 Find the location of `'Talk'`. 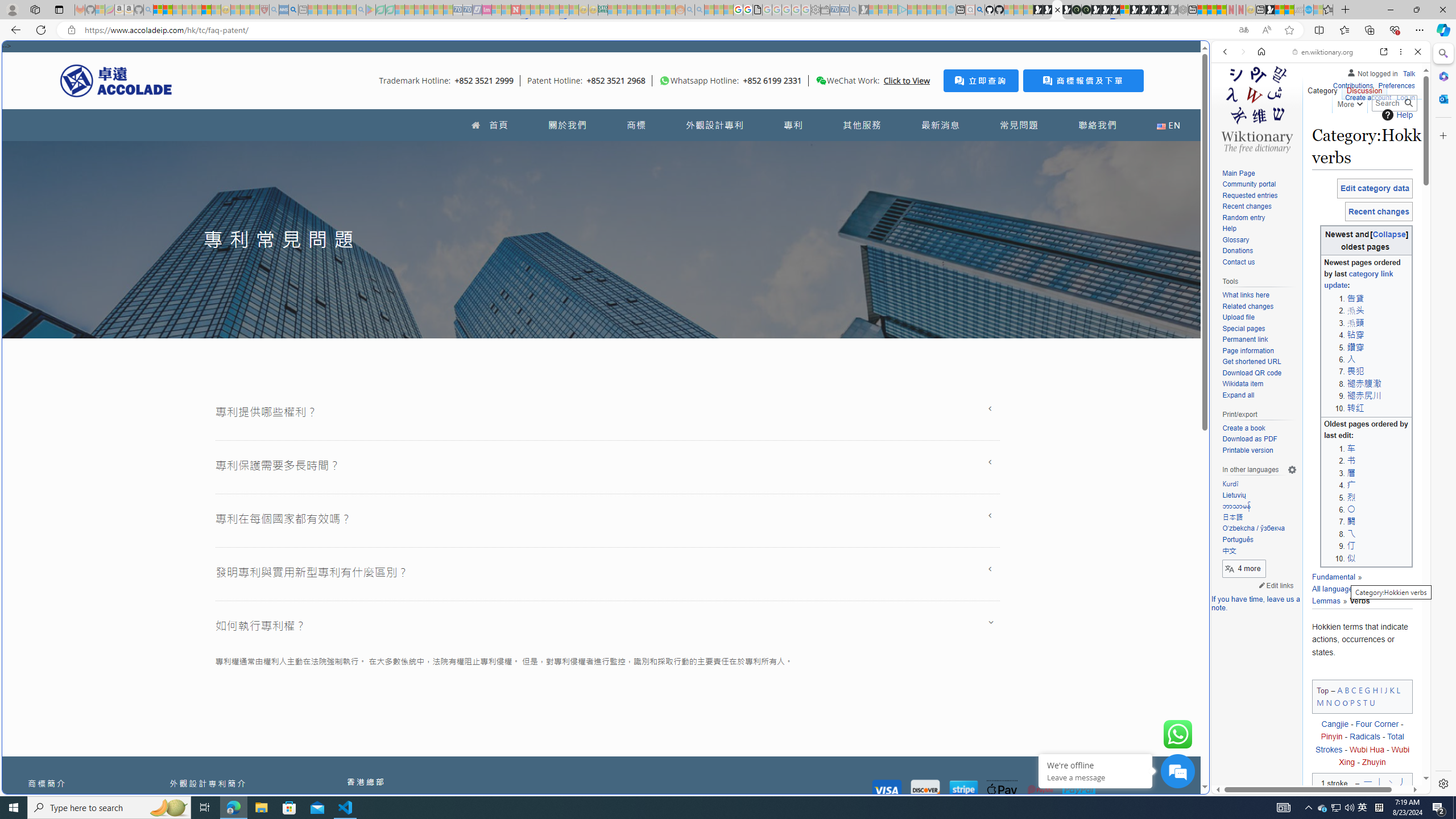

'Talk' is located at coordinates (1408, 73).